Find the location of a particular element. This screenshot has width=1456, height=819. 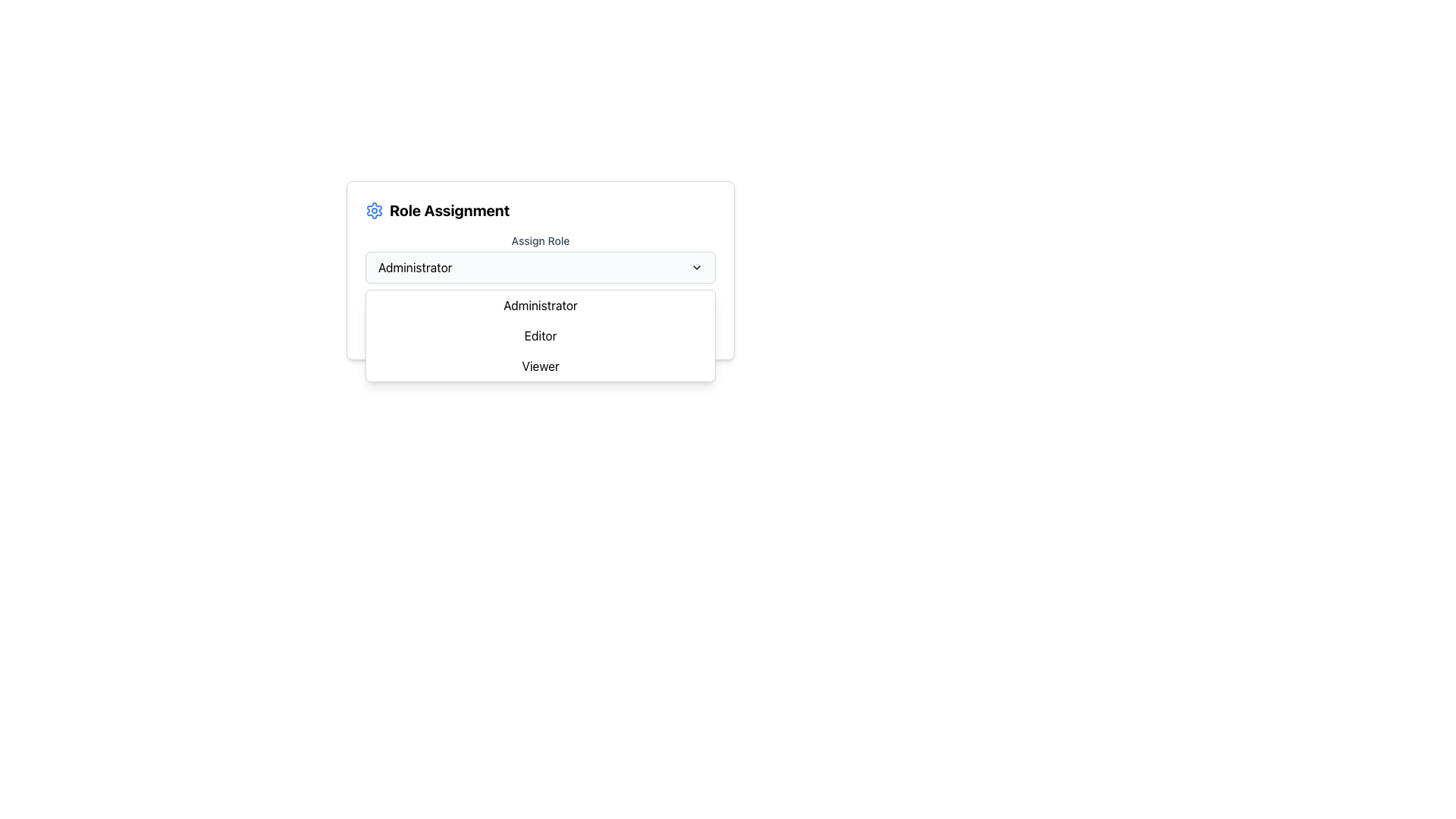

the role selection dropdown menu located below the 'Assign Role' text field in the 'Role Assignment' section is located at coordinates (541, 335).